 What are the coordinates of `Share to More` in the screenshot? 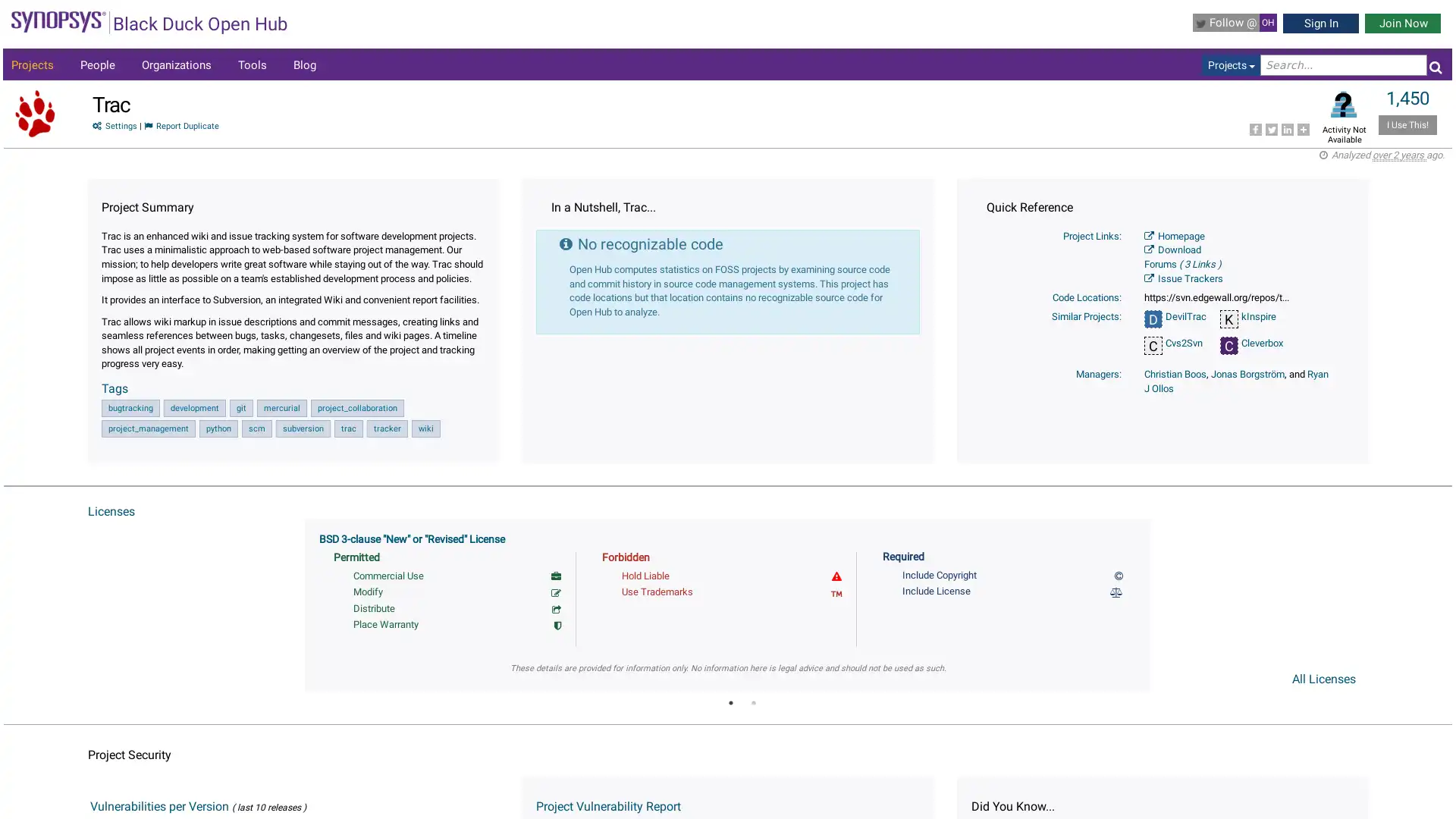 It's located at (1302, 128).